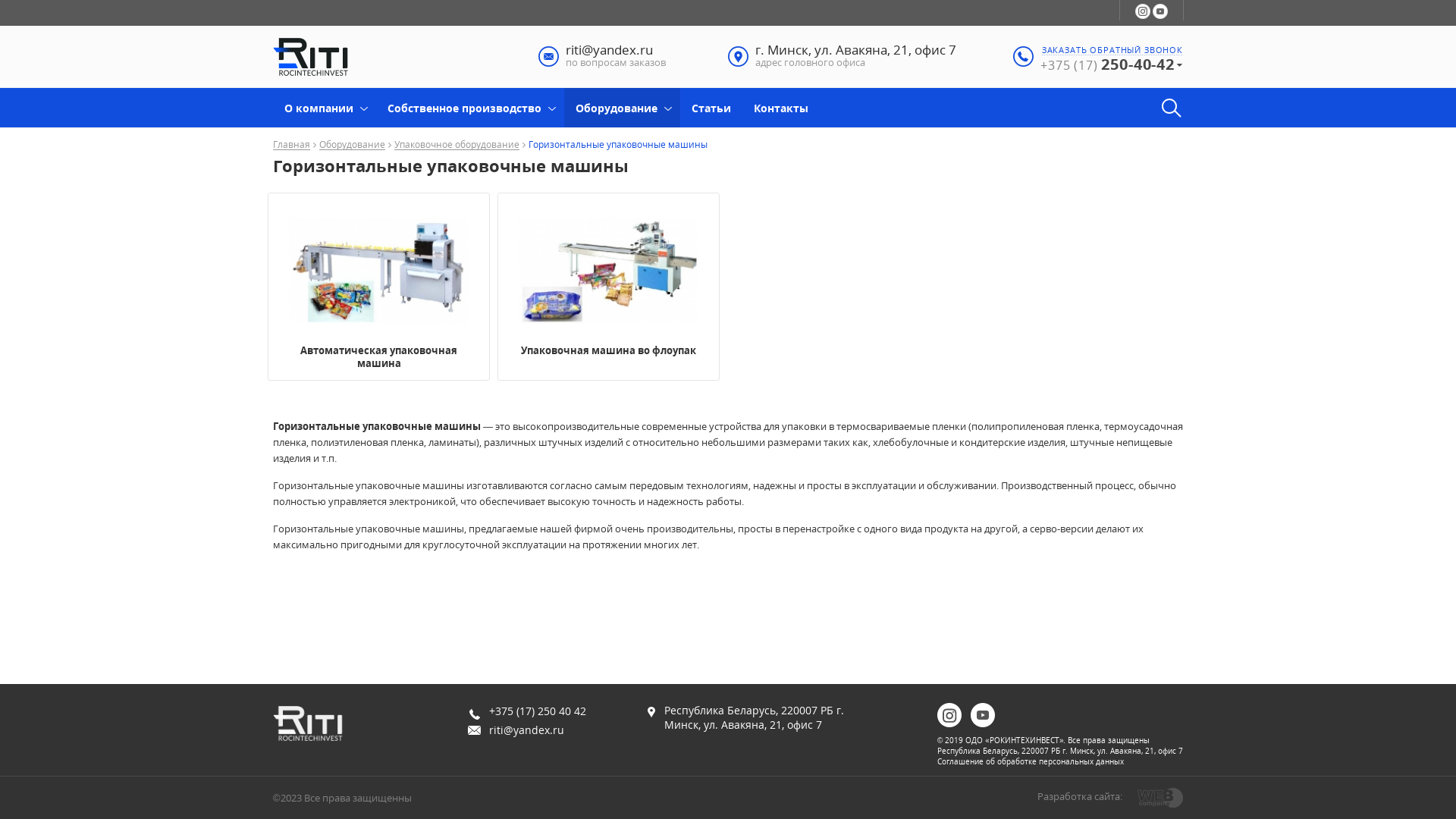  Describe the element at coordinates (526, 729) in the screenshot. I see `'riti@yandex.ru'` at that location.